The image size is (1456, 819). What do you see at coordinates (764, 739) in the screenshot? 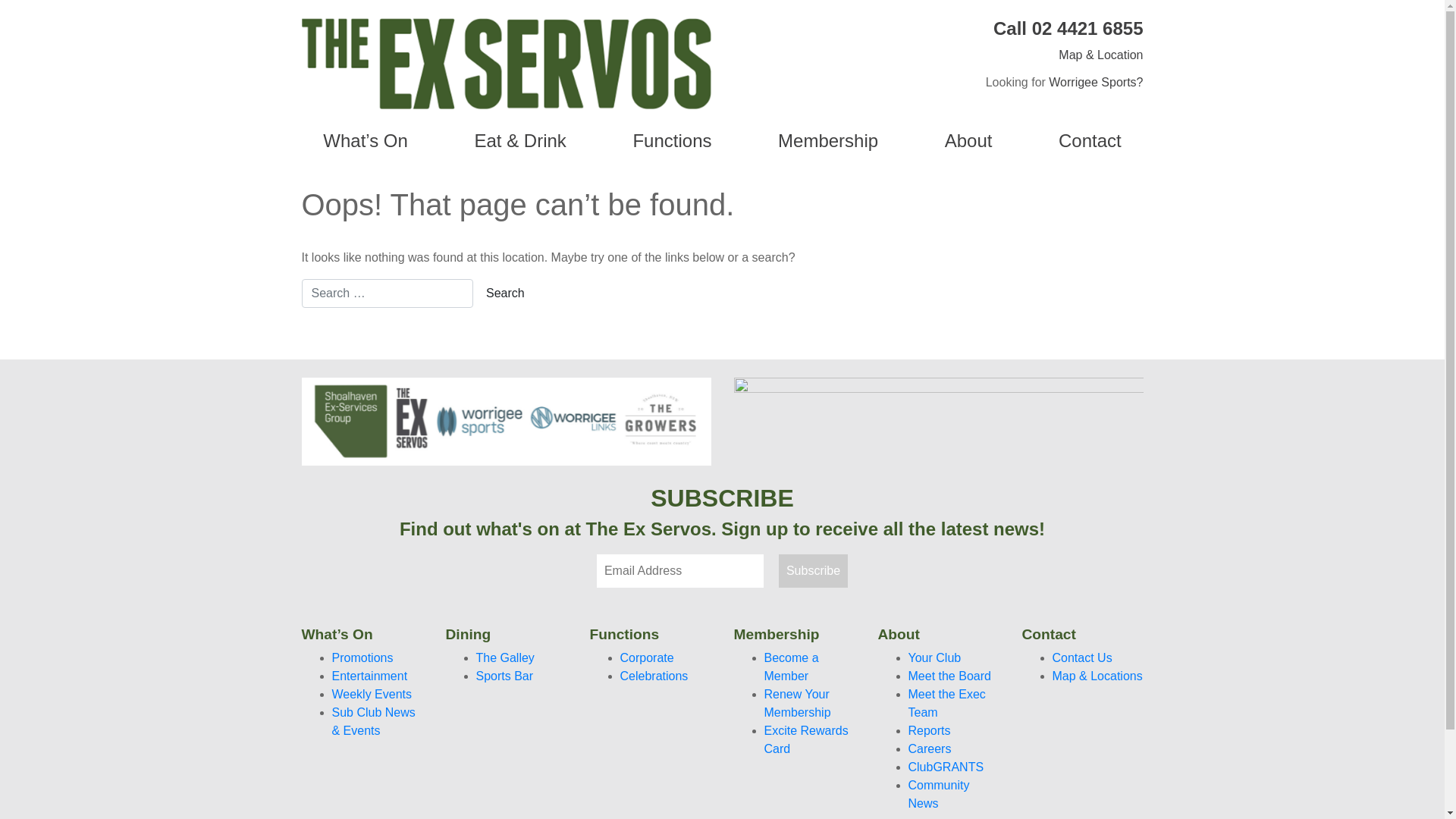
I see `'Excite Rewards Card'` at bounding box center [764, 739].